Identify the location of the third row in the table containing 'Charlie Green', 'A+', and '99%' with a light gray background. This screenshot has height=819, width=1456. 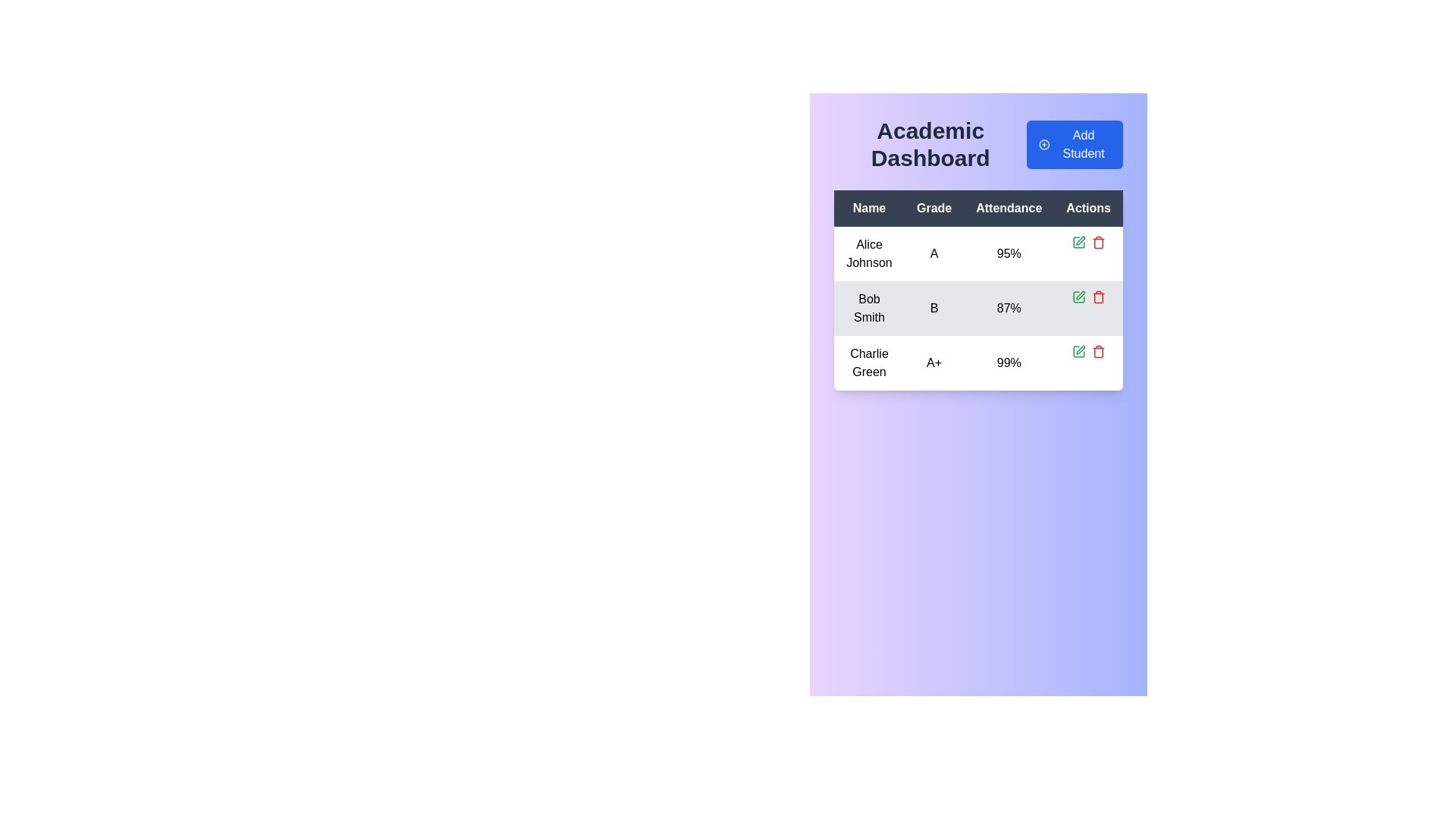
(978, 362).